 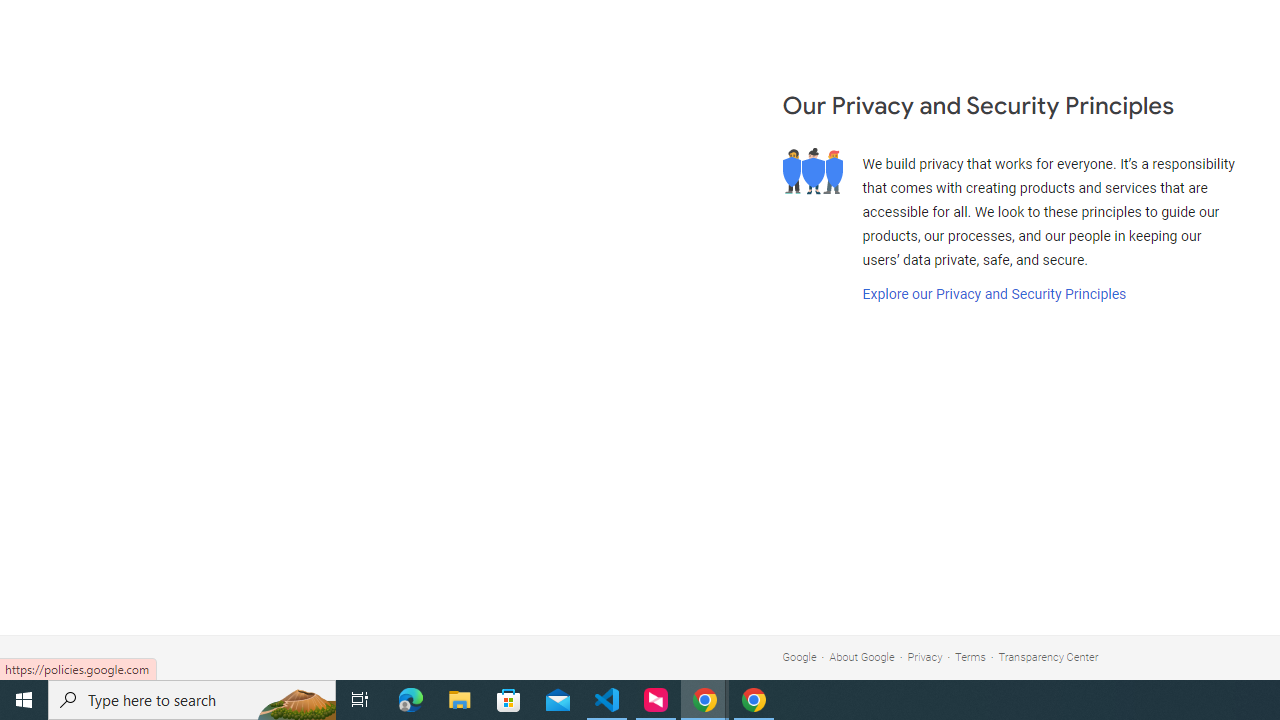 What do you see at coordinates (970, 657) in the screenshot?
I see `'Terms'` at bounding box center [970, 657].